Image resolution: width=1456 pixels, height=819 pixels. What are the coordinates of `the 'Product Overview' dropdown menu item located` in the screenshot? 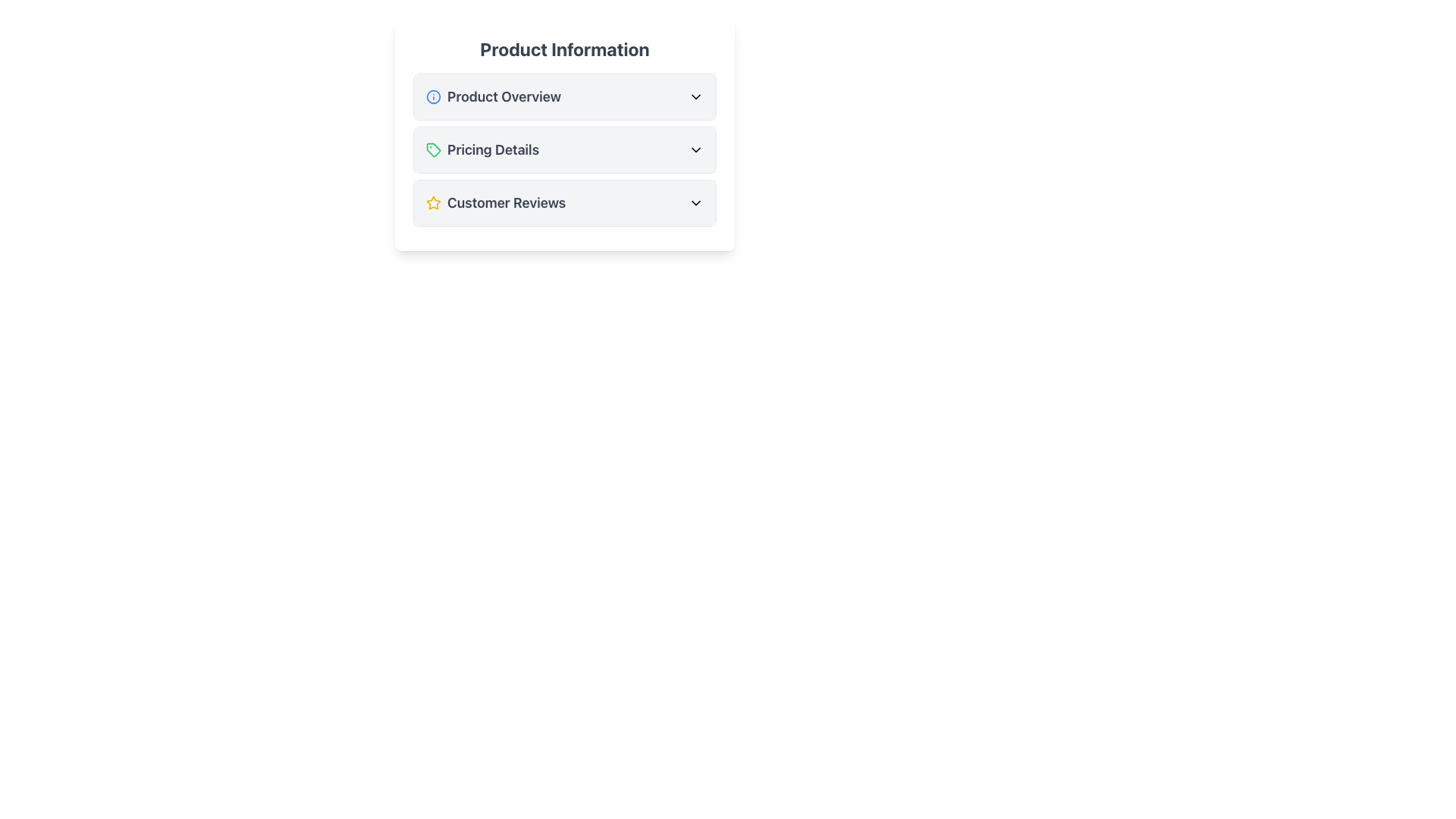 It's located at (563, 96).